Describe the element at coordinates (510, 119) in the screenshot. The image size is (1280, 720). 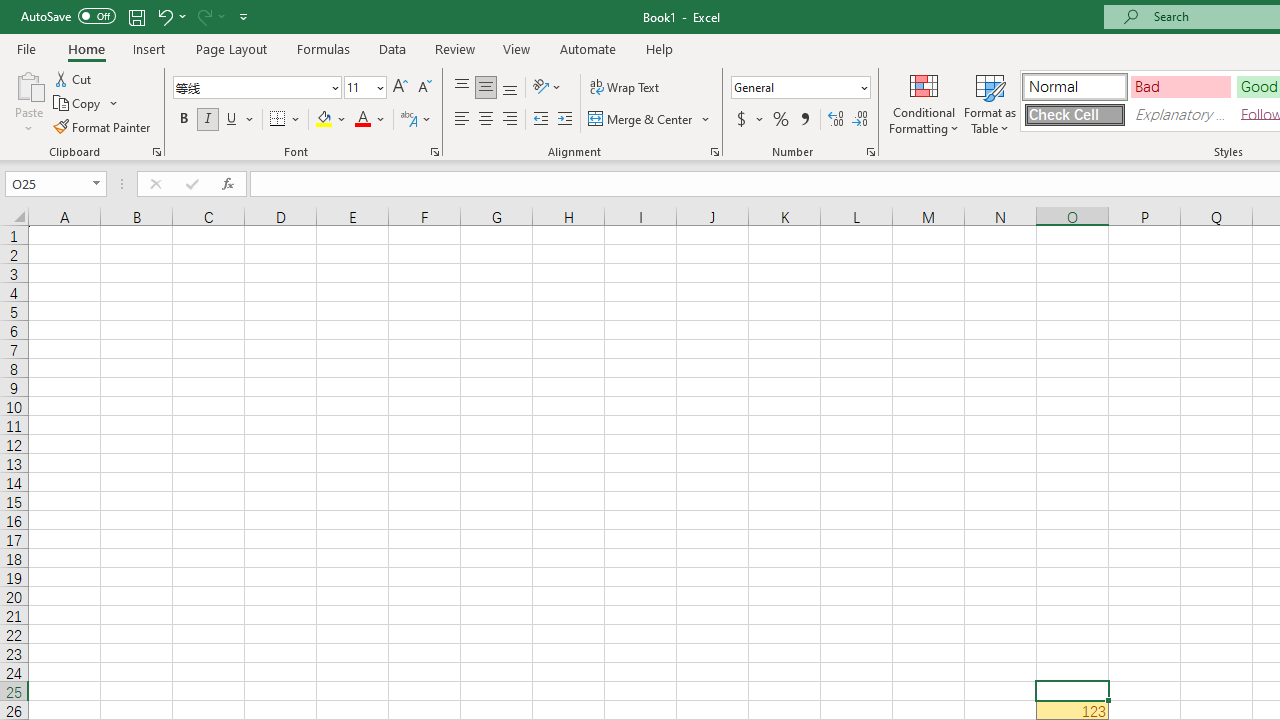
I see `'Align Right'` at that location.